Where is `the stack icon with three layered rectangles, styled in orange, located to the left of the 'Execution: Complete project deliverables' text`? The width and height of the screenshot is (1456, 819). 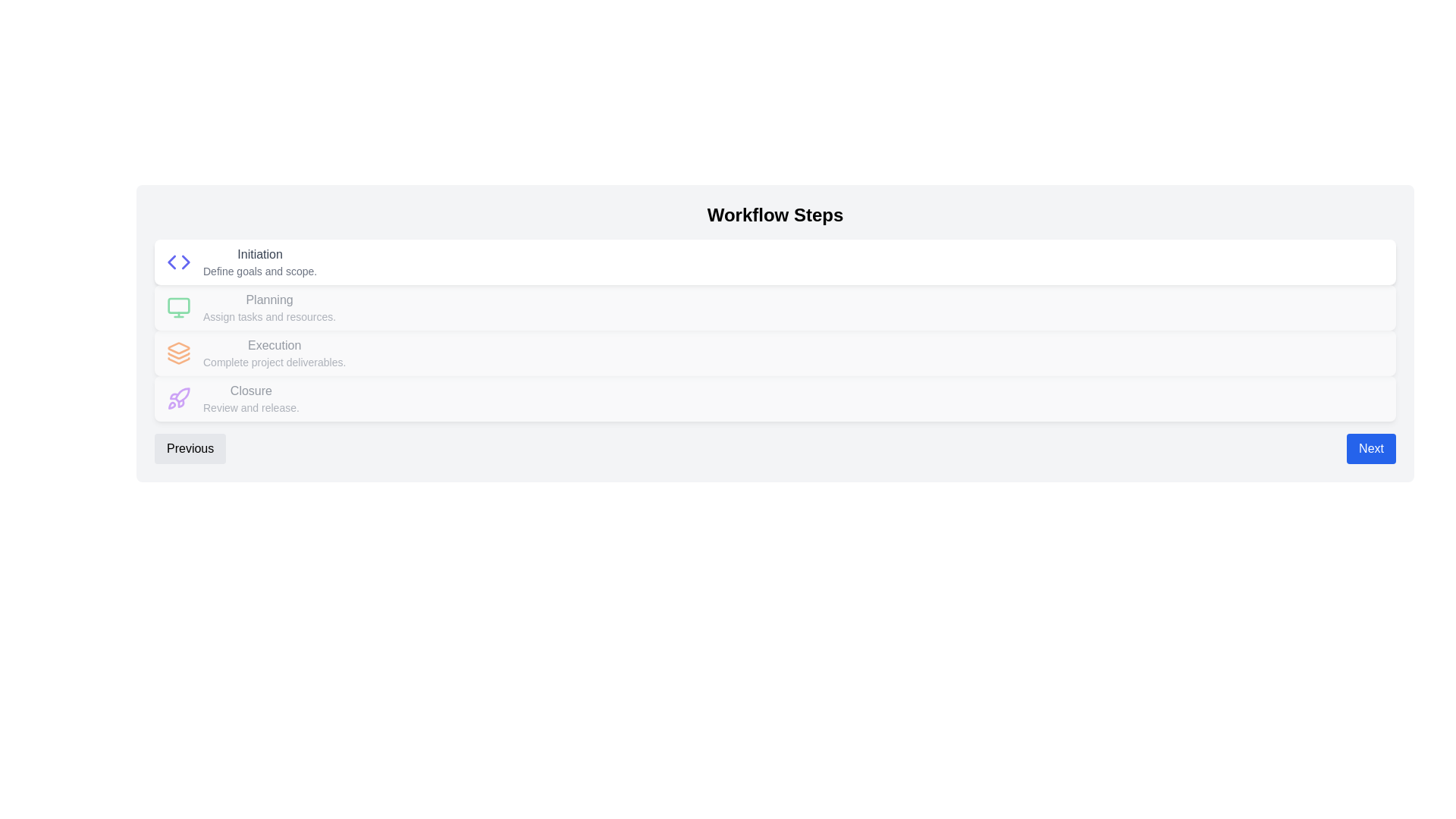
the stack icon with three layered rectangles, styled in orange, located to the left of the 'Execution: Complete project deliverables' text is located at coordinates (178, 353).